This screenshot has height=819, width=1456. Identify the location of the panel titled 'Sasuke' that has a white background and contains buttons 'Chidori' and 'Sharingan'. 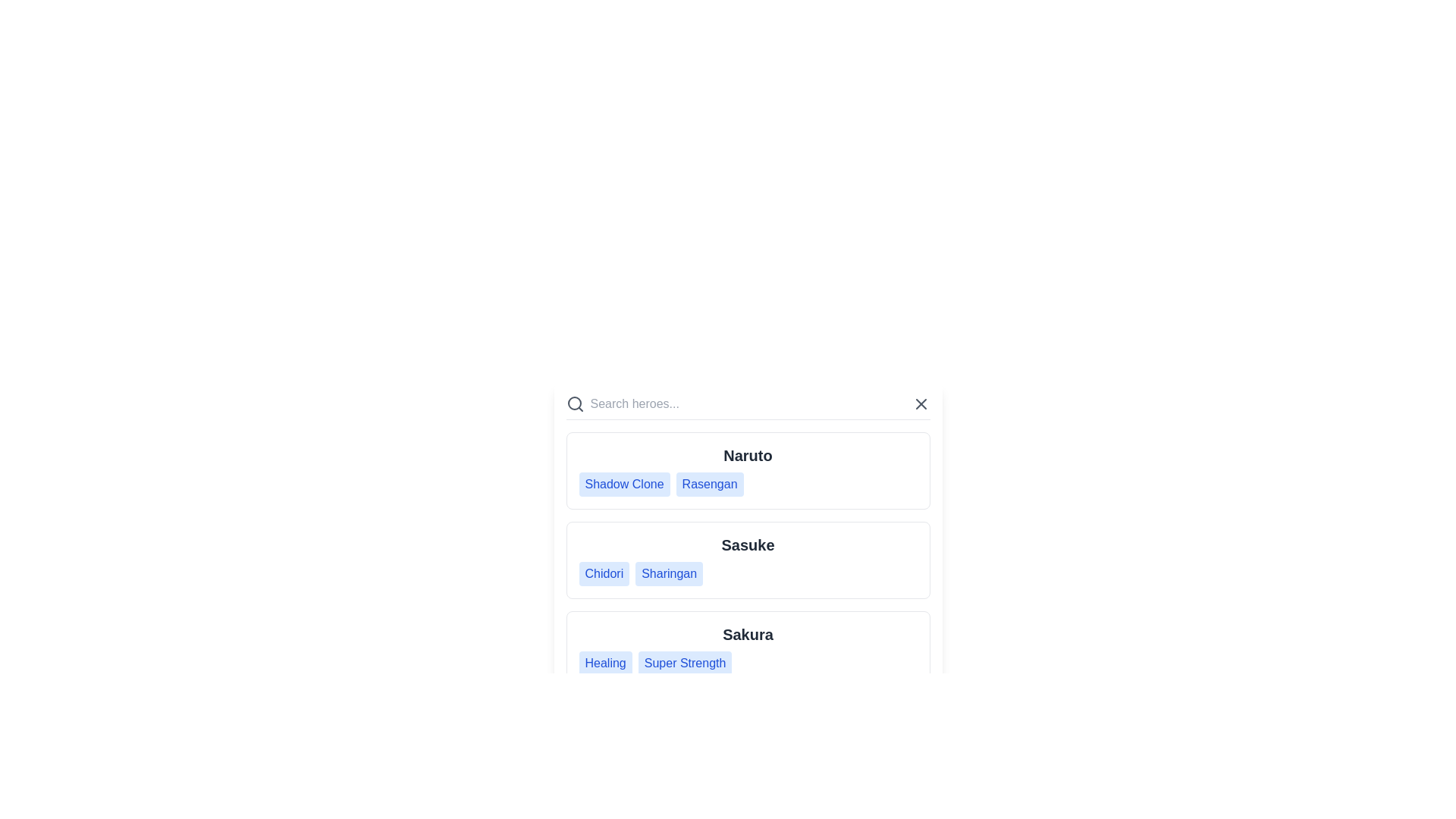
(748, 560).